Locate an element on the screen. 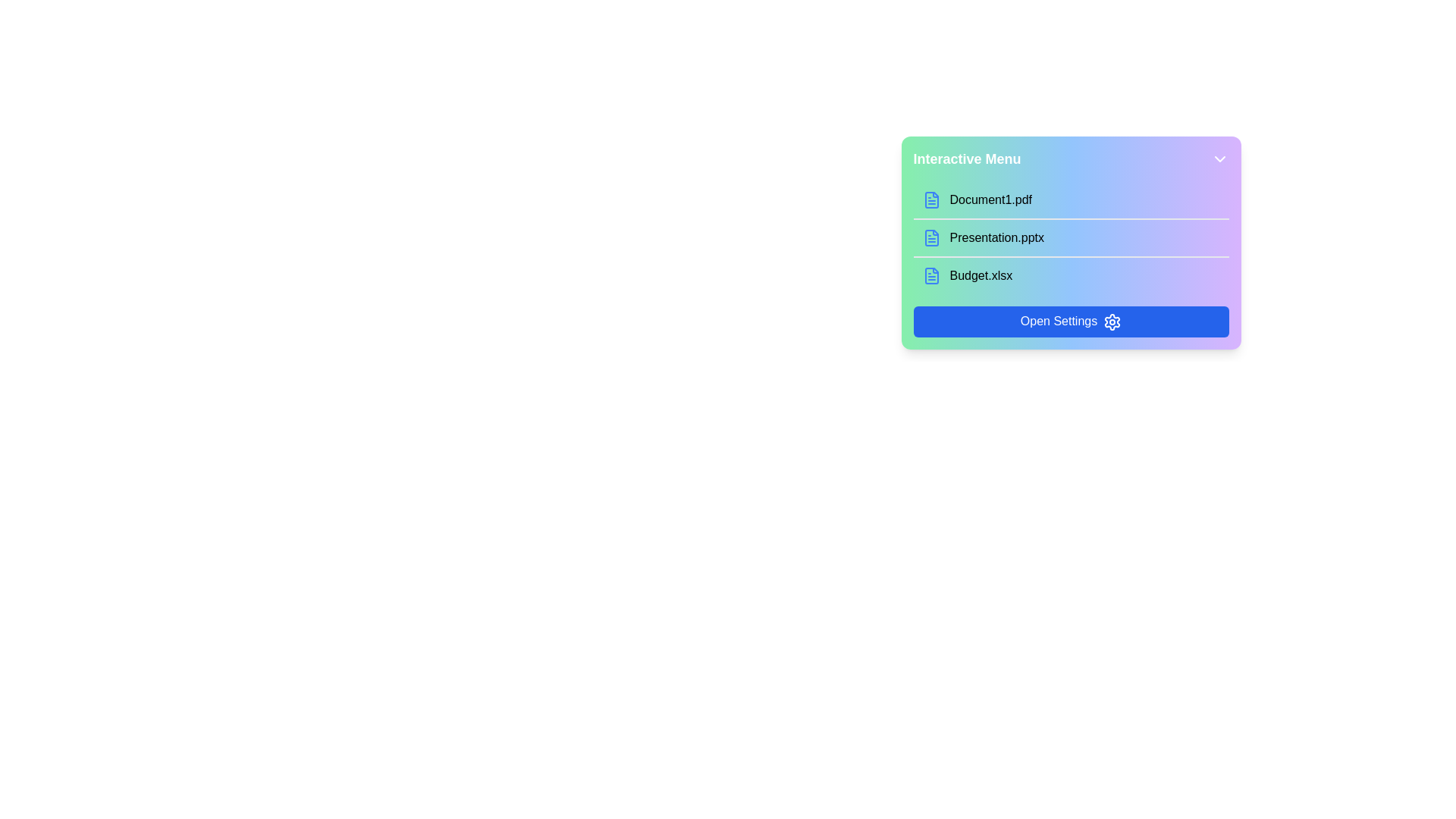 The width and height of the screenshot is (1456, 819). the selectable menu item for the file 'Presentation.pptx' is located at coordinates (1070, 237).